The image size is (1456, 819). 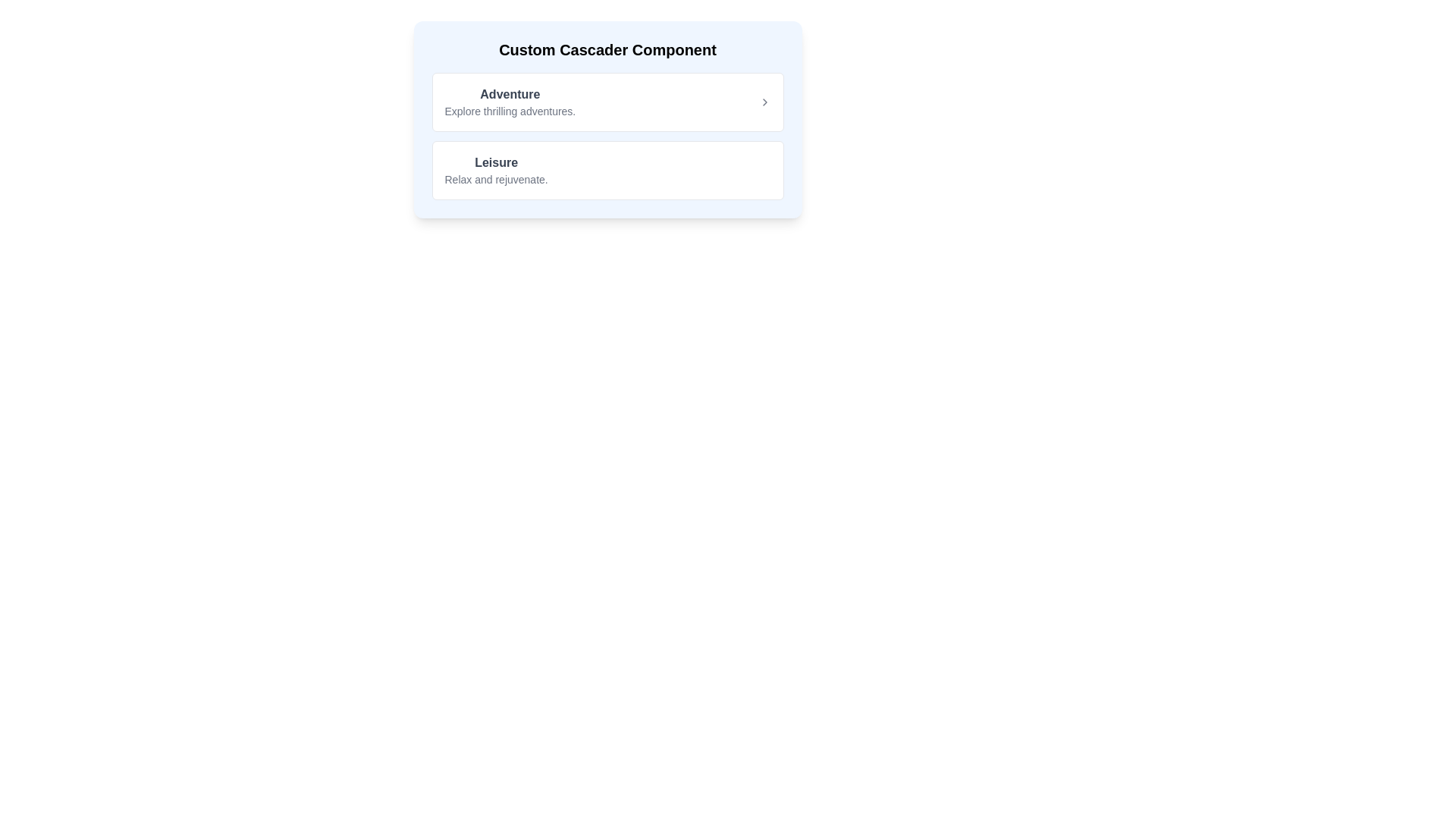 I want to click on the static text element displaying 'Explore thrilling adventures.' which is located beneath the 'Adventure' heading in the cascader menu, so click(x=510, y=110).